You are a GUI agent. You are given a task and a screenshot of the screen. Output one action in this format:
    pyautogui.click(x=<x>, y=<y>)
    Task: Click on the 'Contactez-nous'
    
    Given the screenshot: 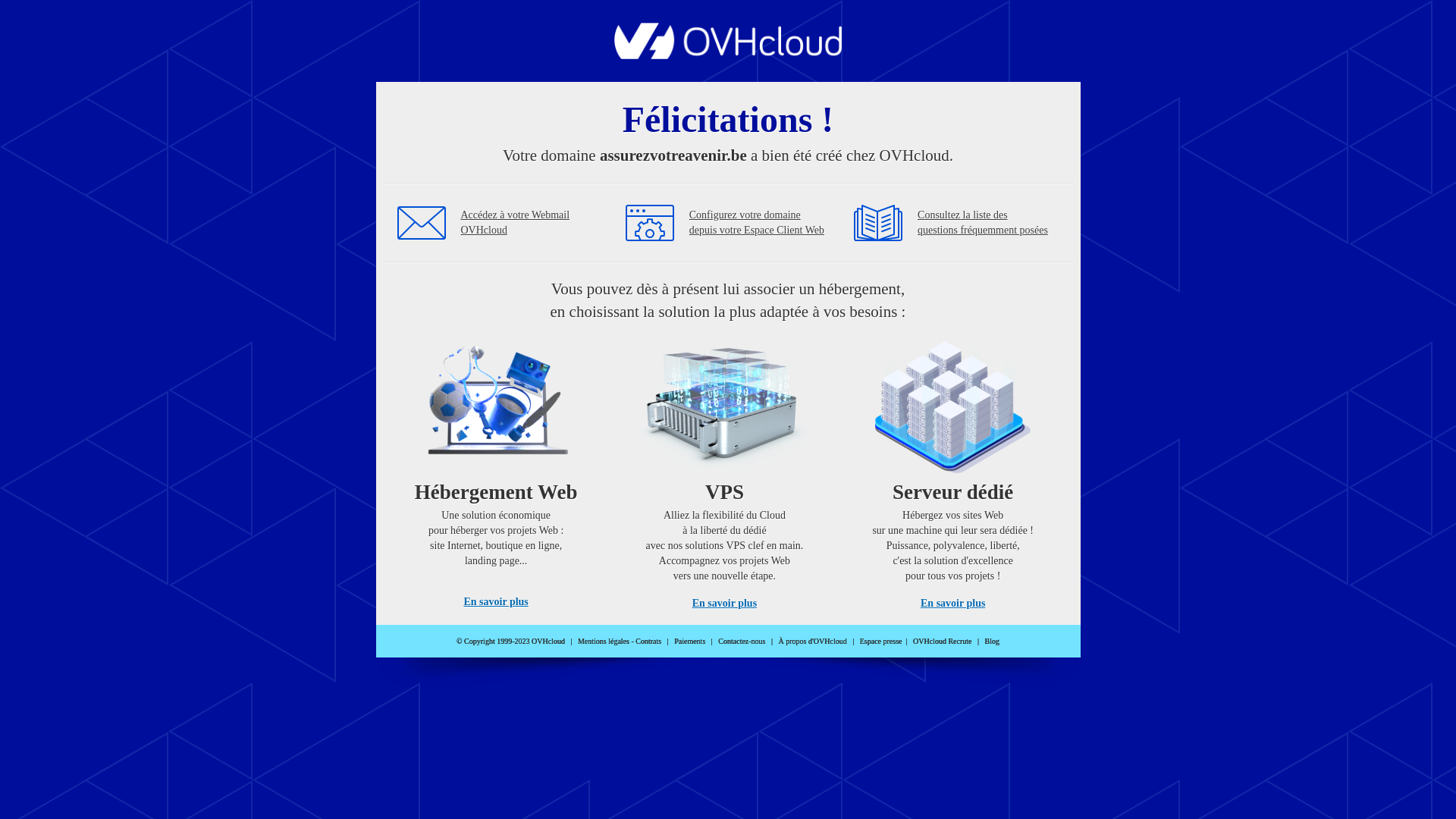 What is the action you would take?
    pyautogui.click(x=742, y=641)
    